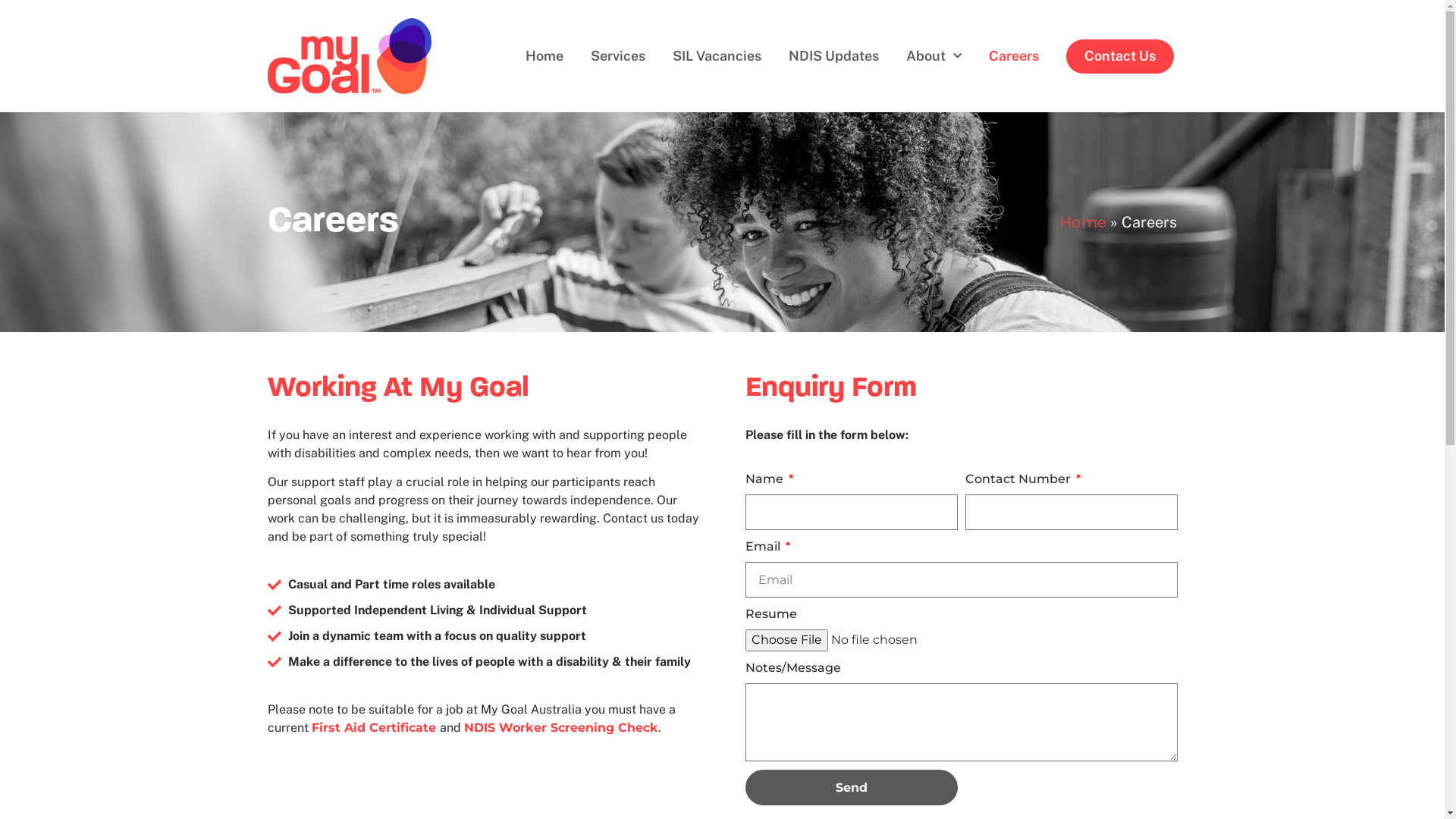 Image resolution: width=1456 pixels, height=819 pixels. What do you see at coordinates (933, 55) in the screenshot?
I see `'About'` at bounding box center [933, 55].